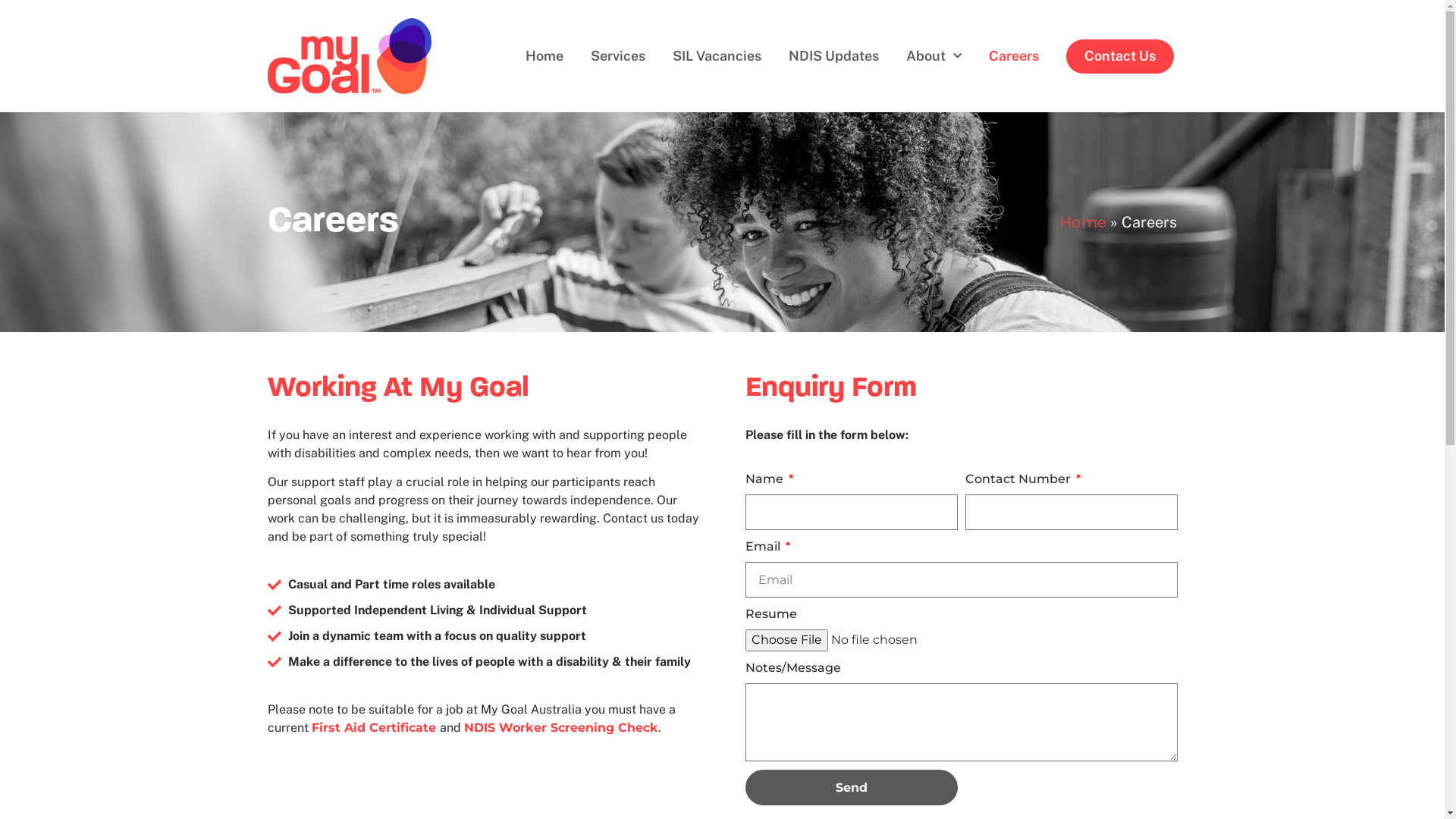 Image resolution: width=1456 pixels, height=819 pixels. What do you see at coordinates (933, 55) in the screenshot?
I see `'About'` at bounding box center [933, 55].